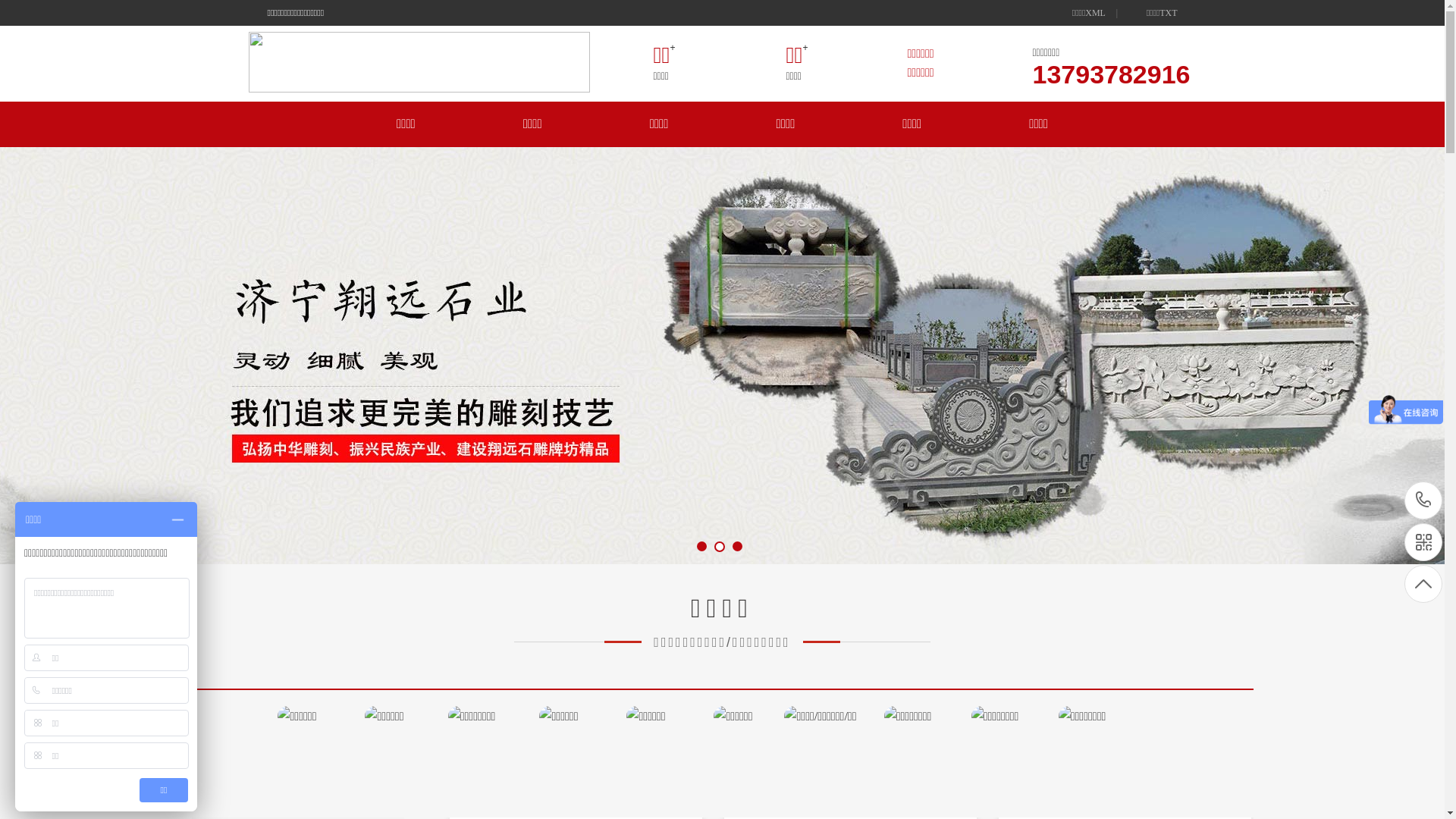  I want to click on 'tel', so click(1422, 500).